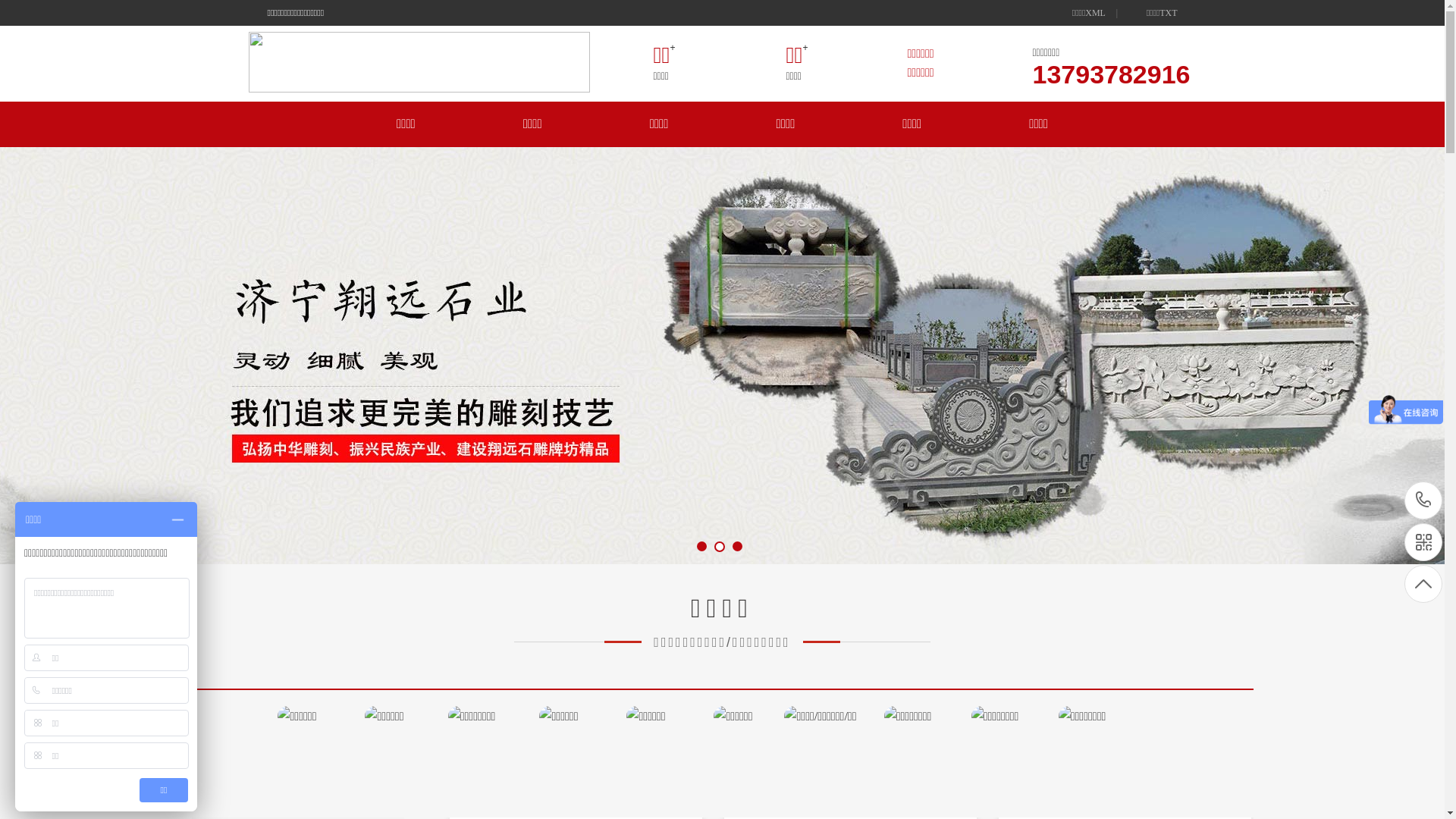  I want to click on 'tel', so click(1422, 500).